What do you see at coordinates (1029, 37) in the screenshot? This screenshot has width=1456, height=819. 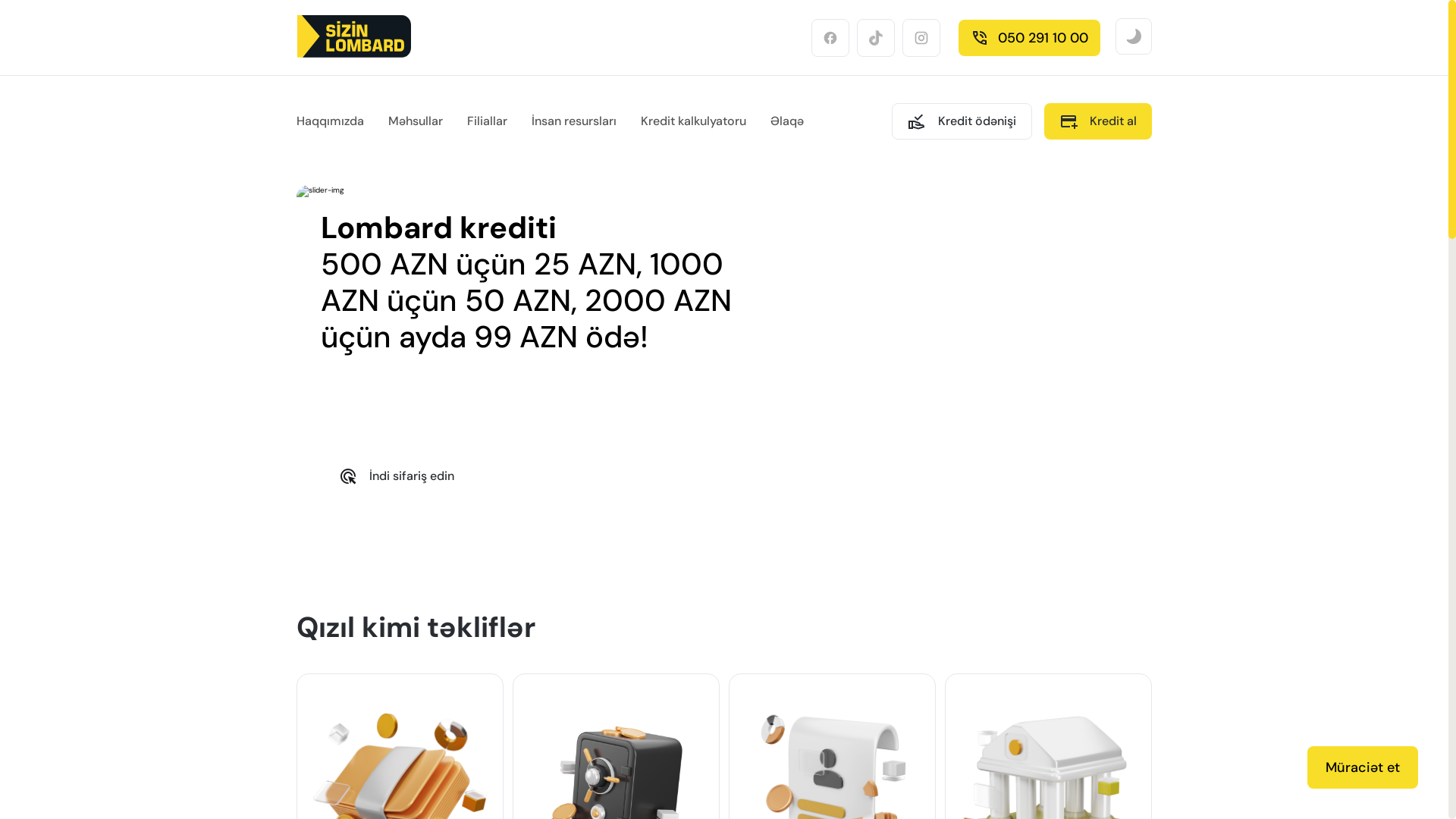 I see `'050 291 10 00'` at bounding box center [1029, 37].